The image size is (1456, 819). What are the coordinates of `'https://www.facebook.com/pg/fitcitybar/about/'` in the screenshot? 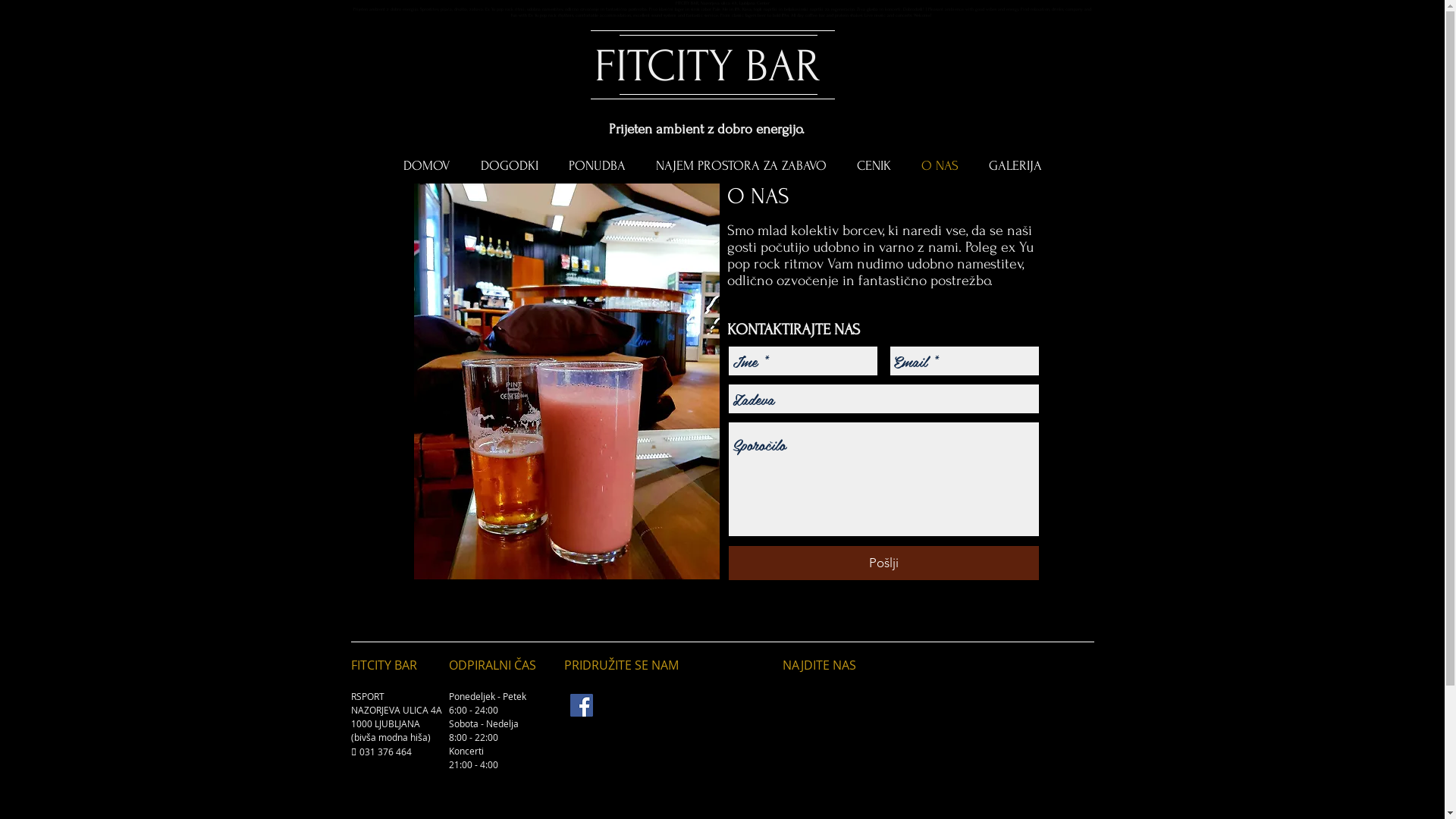 It's located at (645, 704).